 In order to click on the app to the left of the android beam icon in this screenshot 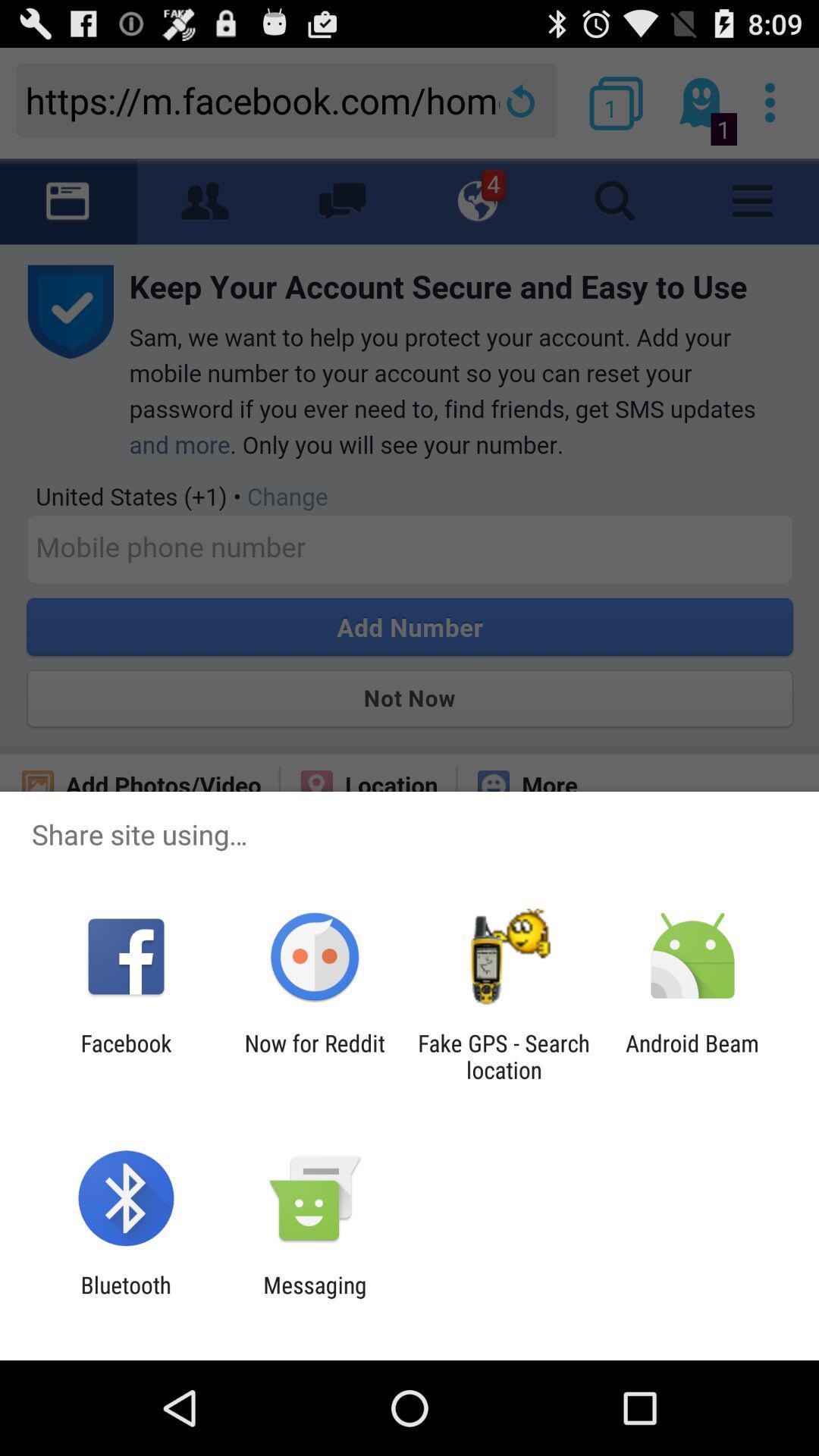, I will do `click(504, 1056)`.